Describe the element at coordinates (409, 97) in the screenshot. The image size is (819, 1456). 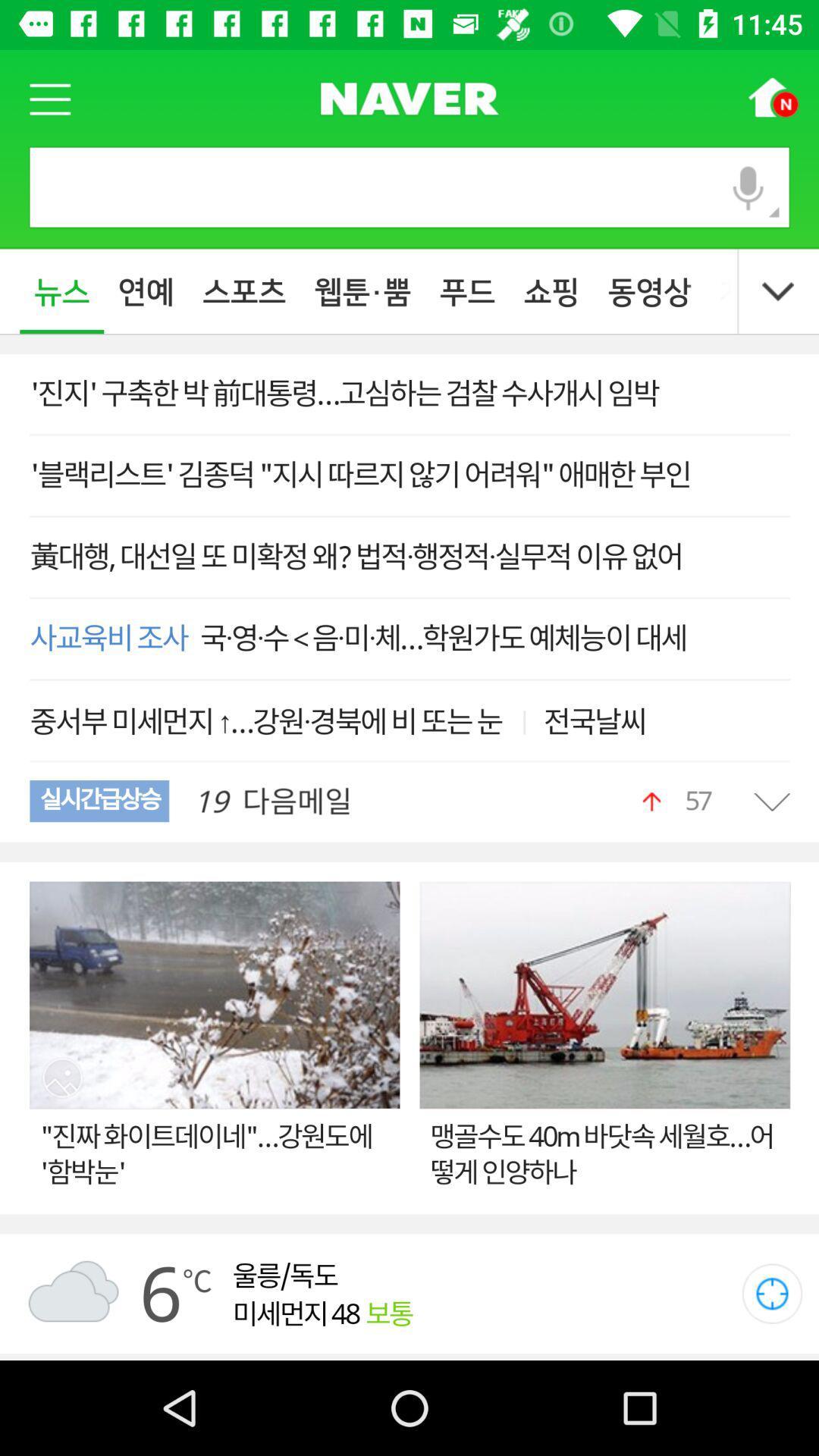
I see `the sliders icon` at that location.